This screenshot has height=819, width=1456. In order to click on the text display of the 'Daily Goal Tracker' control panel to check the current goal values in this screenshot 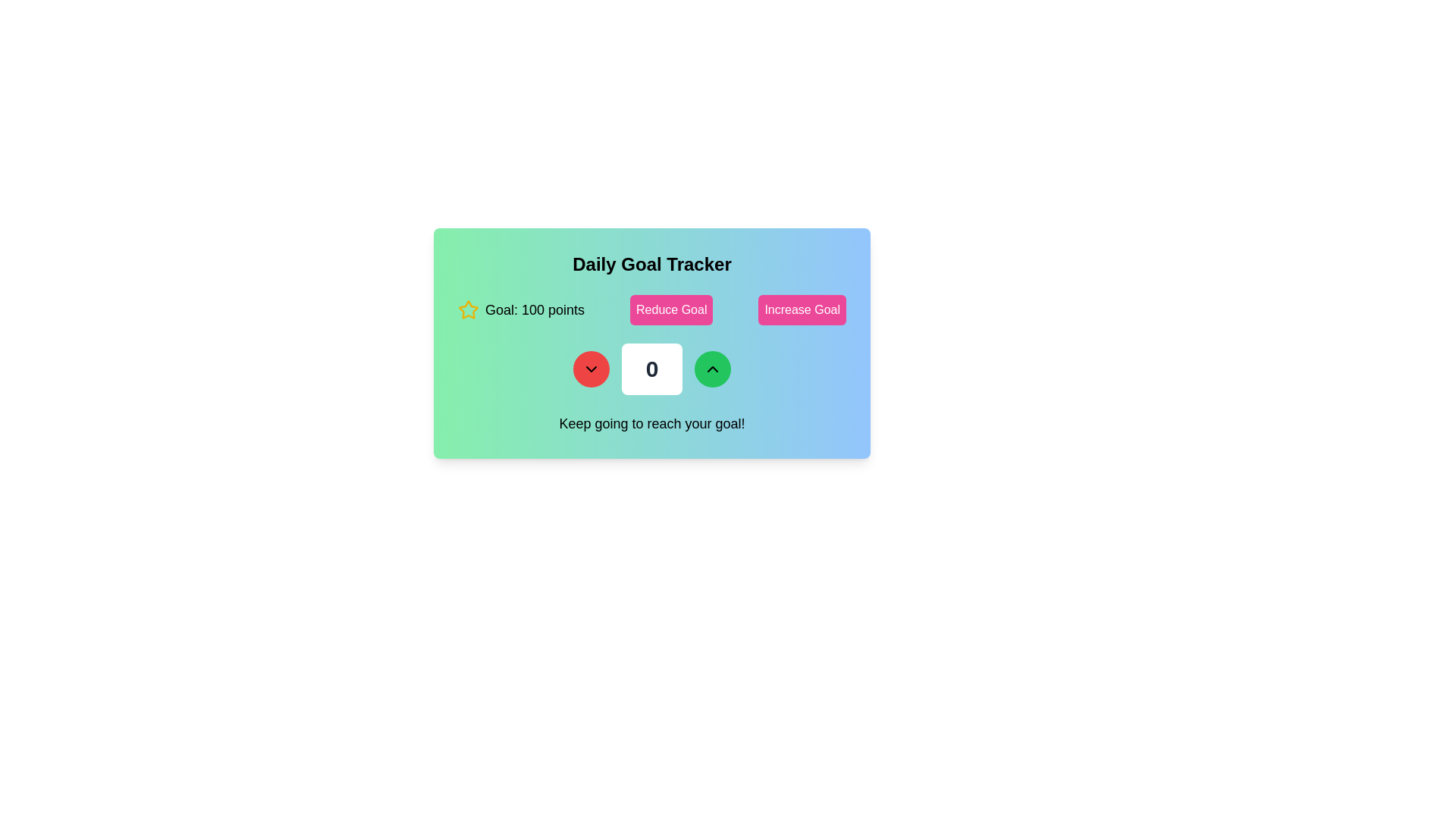, I will do `click(651, 309)`.